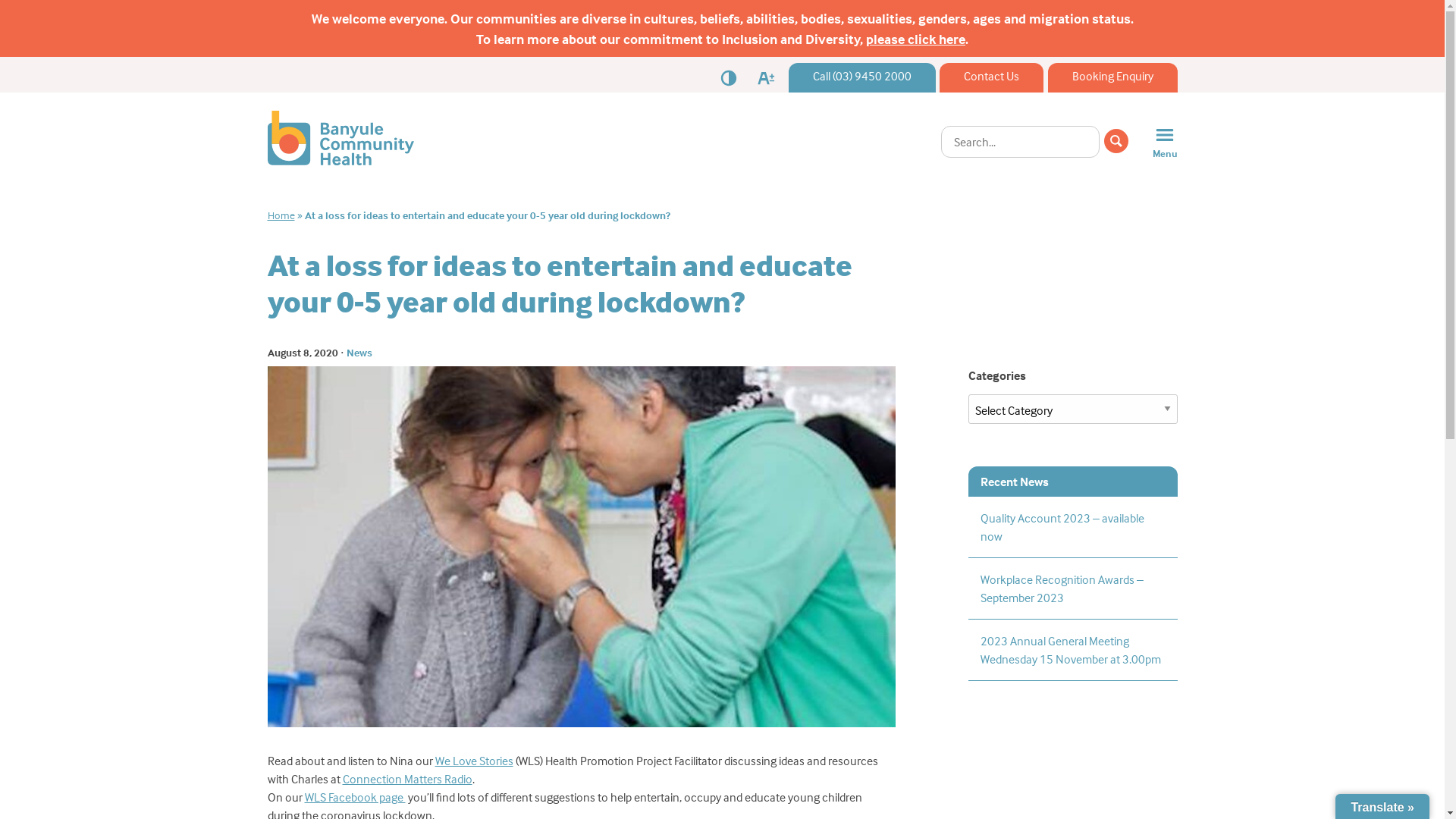 Image resolution: width=1456 pixels, height=819 pixels. I want to click on 'Contrast', so click(728, 76).